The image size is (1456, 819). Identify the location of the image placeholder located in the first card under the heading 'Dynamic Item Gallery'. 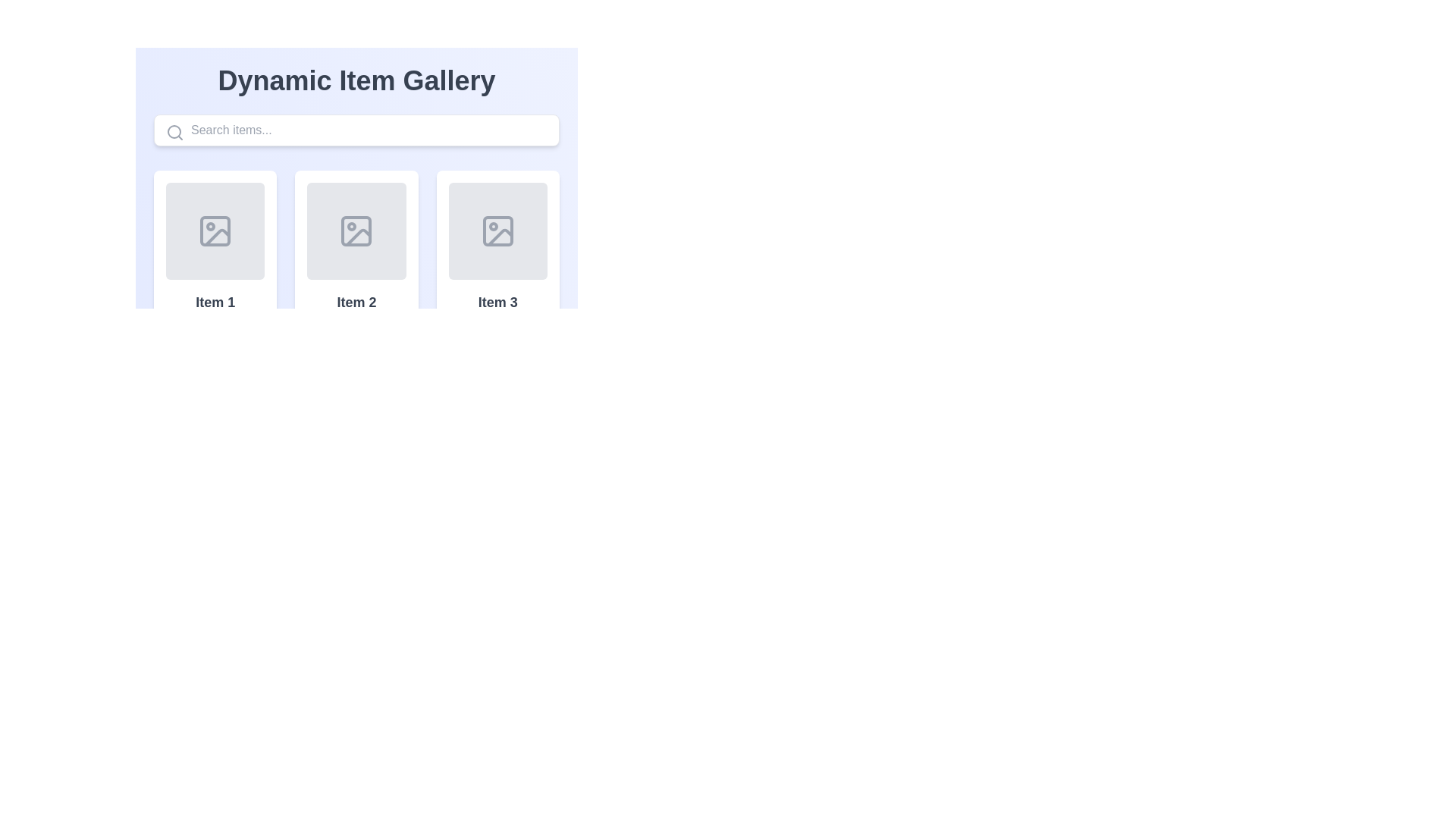
(215, 231).